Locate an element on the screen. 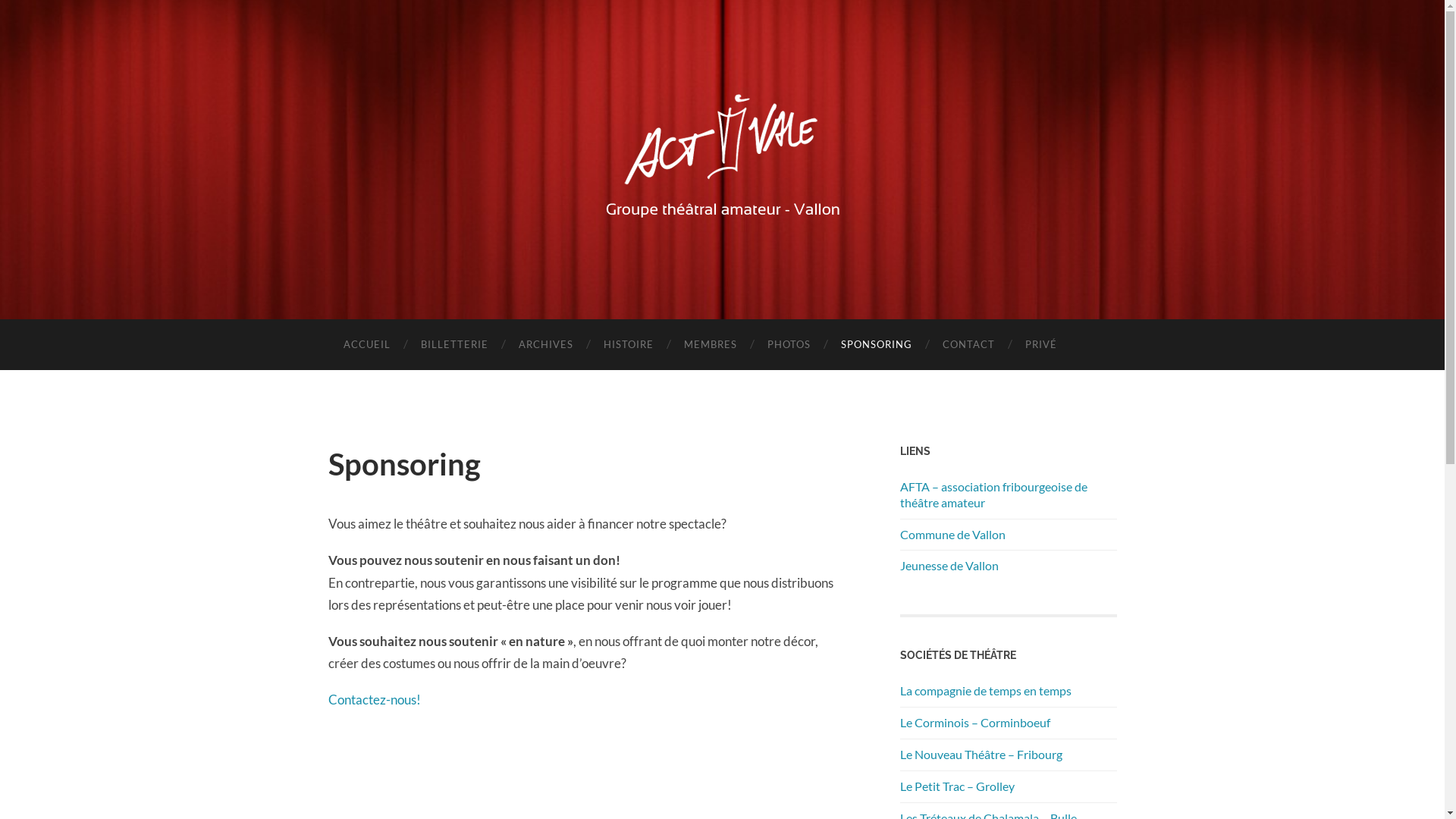  'La compagnie de temps en temps' is located at coordinates (899, 690).